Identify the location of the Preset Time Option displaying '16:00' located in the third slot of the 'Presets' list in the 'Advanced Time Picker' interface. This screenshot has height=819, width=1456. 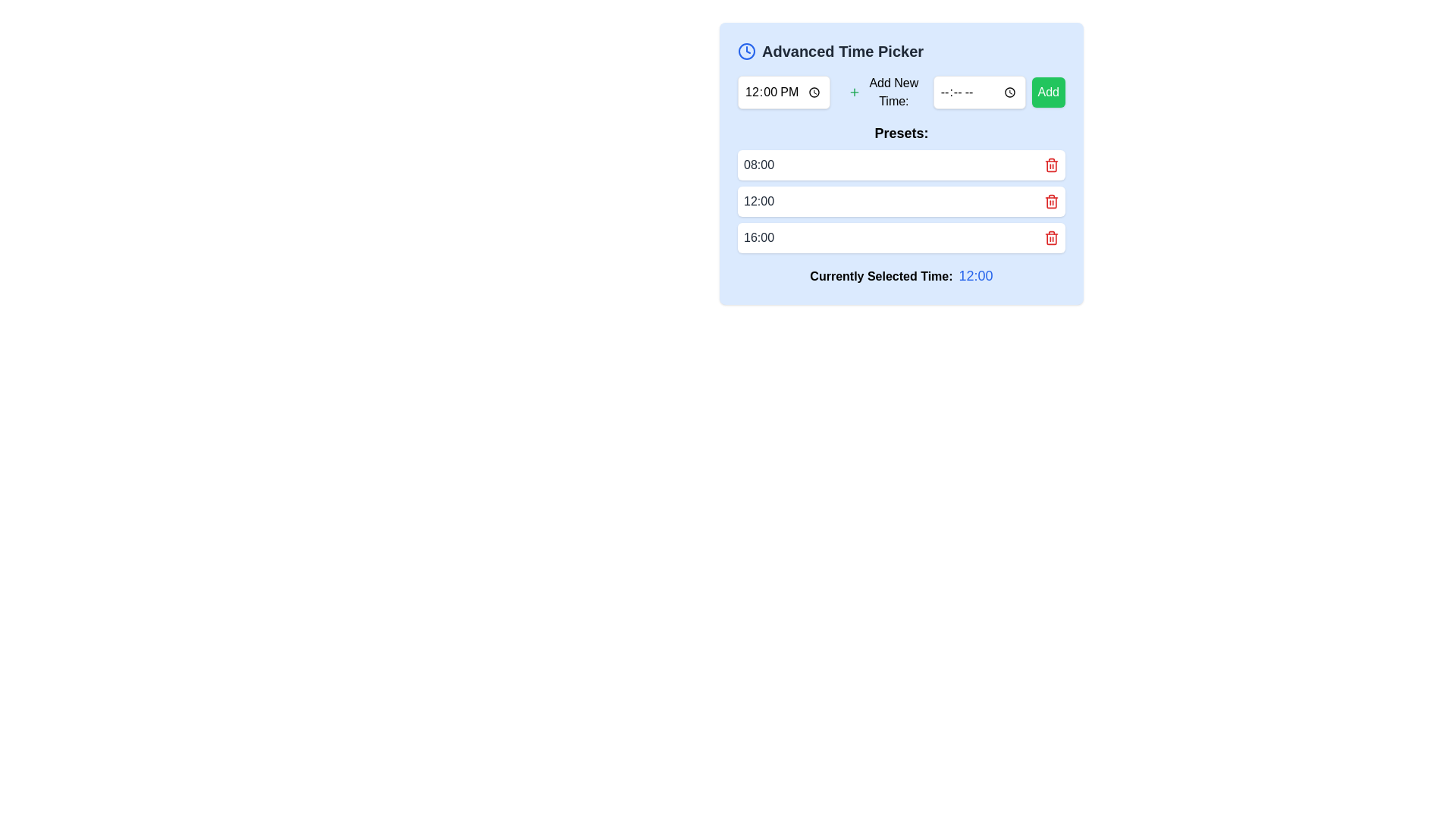
(902, 237).